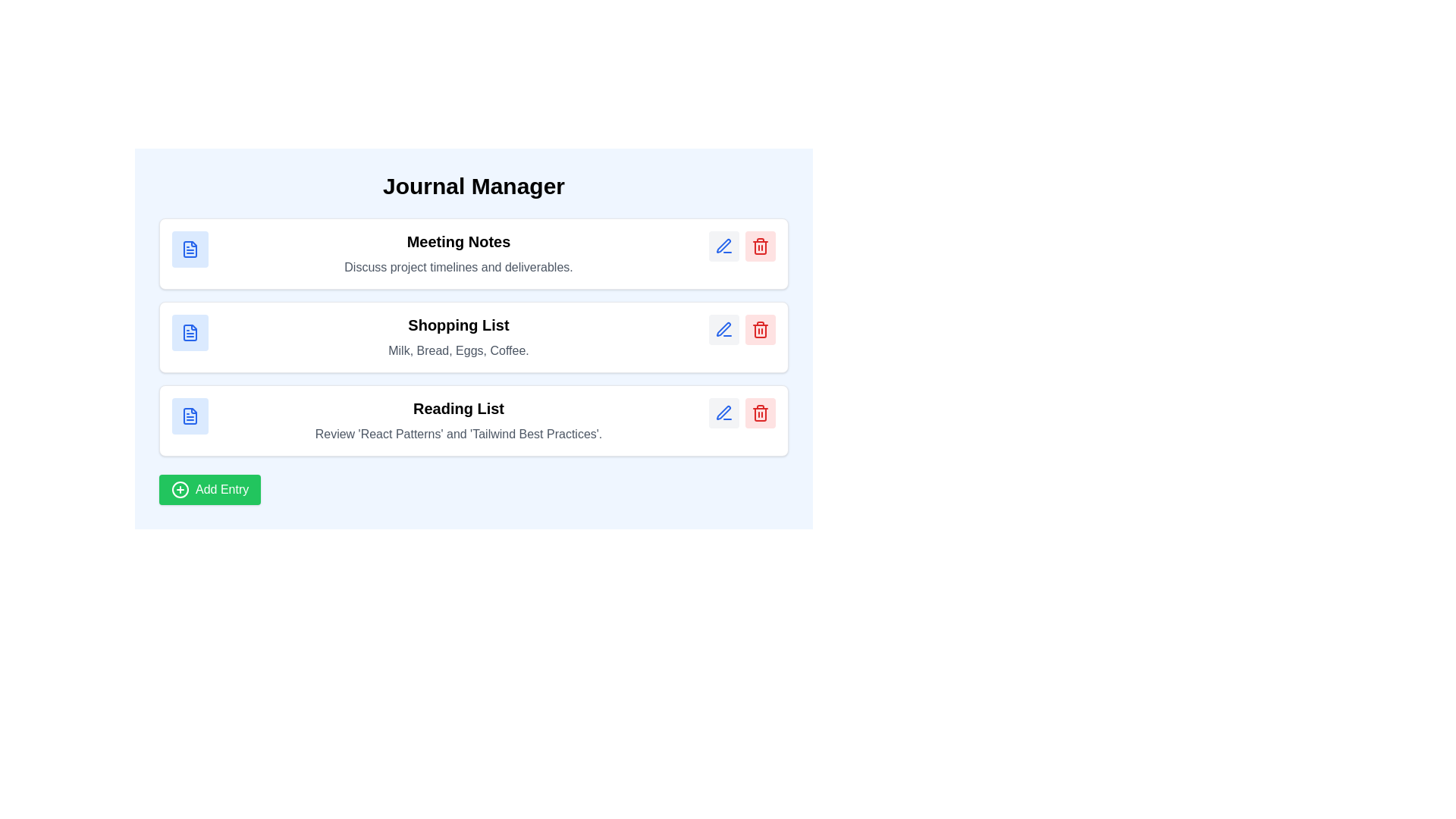 The height and width of the screenshot is (819, 1456). I want to click on the red trash can icon button located in the third item of the Reading List, so click(761, 413).